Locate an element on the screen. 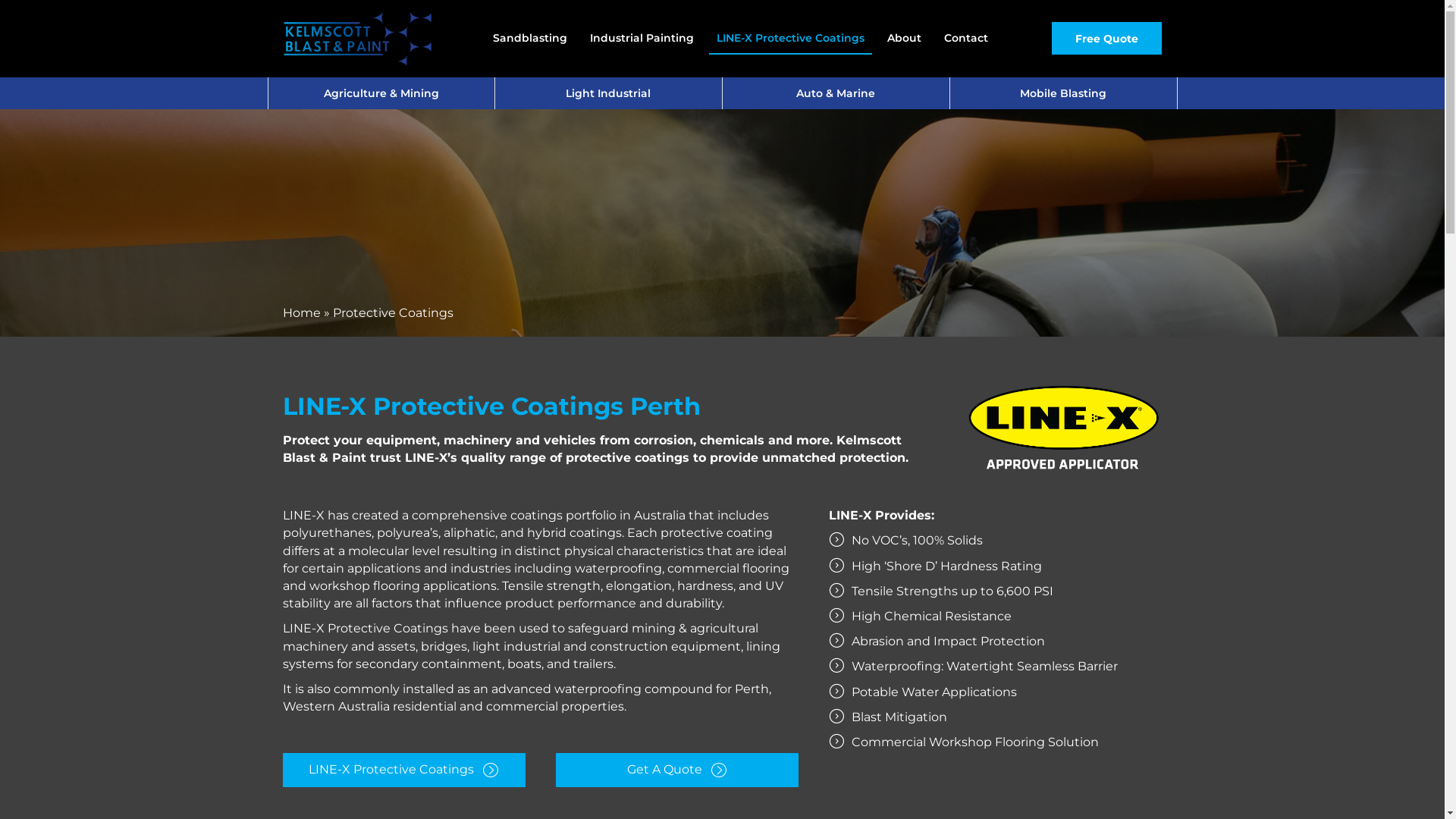  'Auto & Marine' is located at coordinates (835, 93).